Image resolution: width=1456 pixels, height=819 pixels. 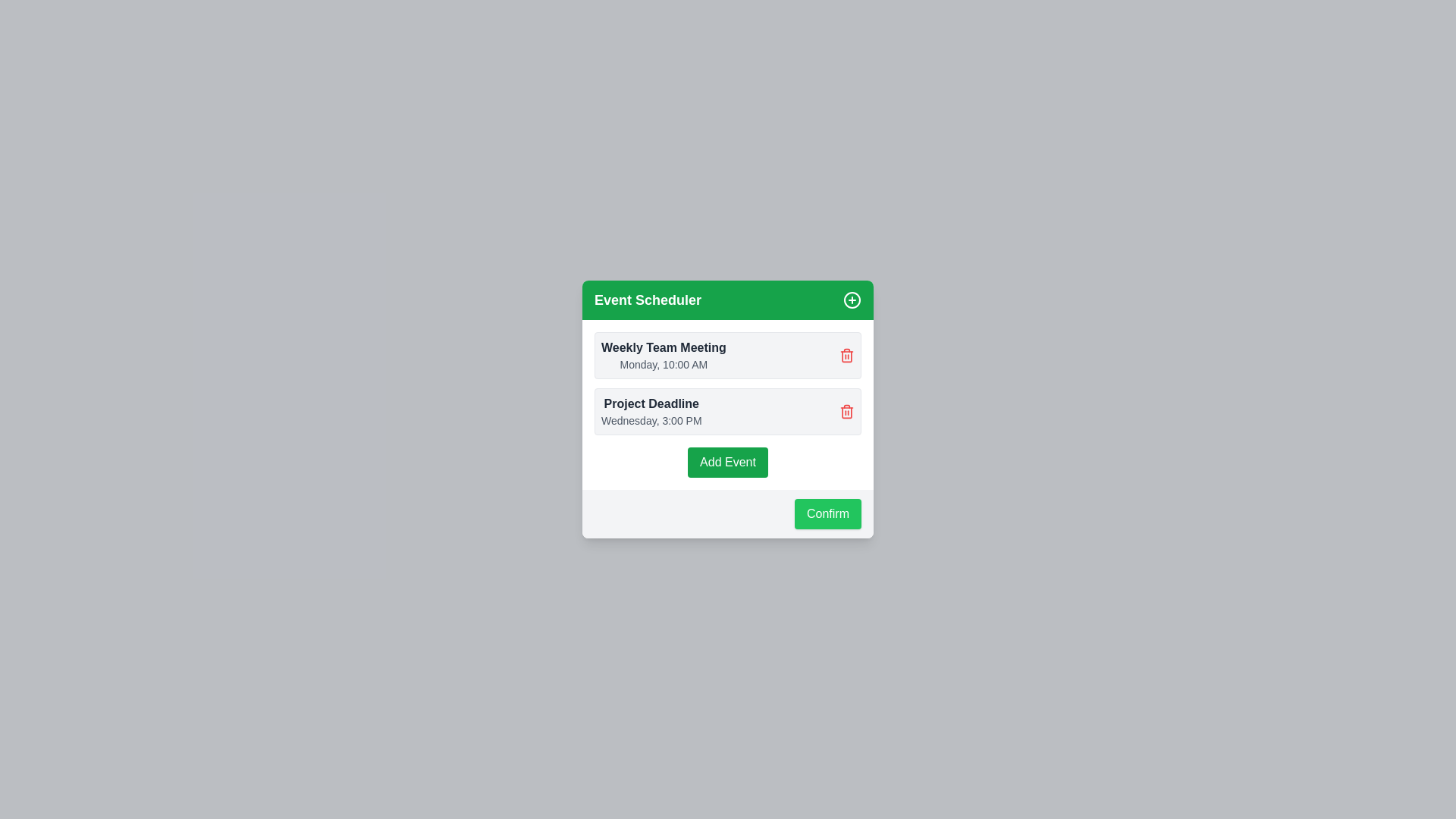 What do you see at coordinates (728, 461) in the screenshot?
I see `'Add Event' button to add a new event` at bounding box center [728, 461].